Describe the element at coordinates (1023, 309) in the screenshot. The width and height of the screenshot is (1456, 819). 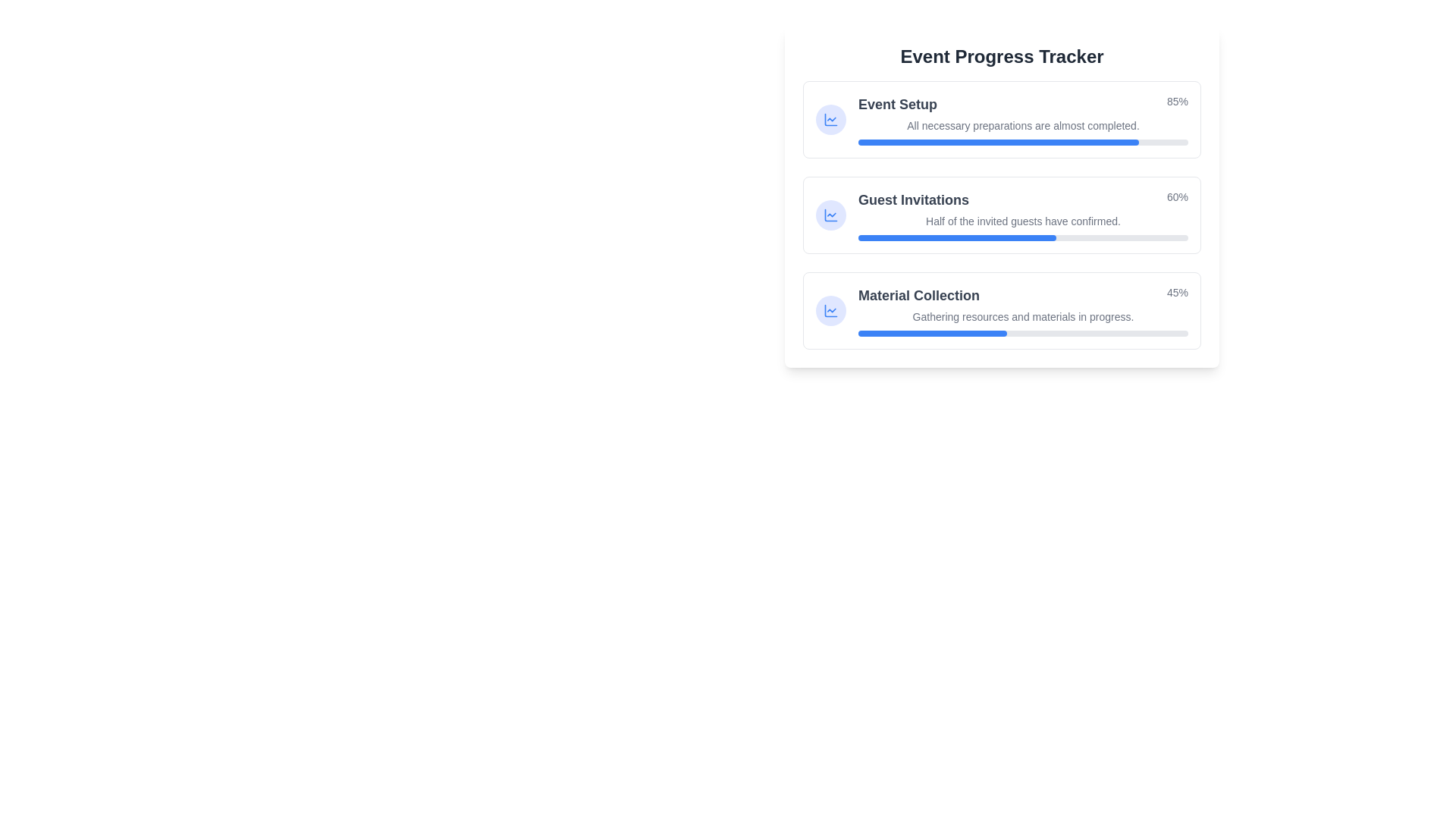
I see `progress percentage value from the third progress tracker item labeled 'Material Collection', which visually represents the task's progress with a numeric indicator and a graphical progress bar` at that location.